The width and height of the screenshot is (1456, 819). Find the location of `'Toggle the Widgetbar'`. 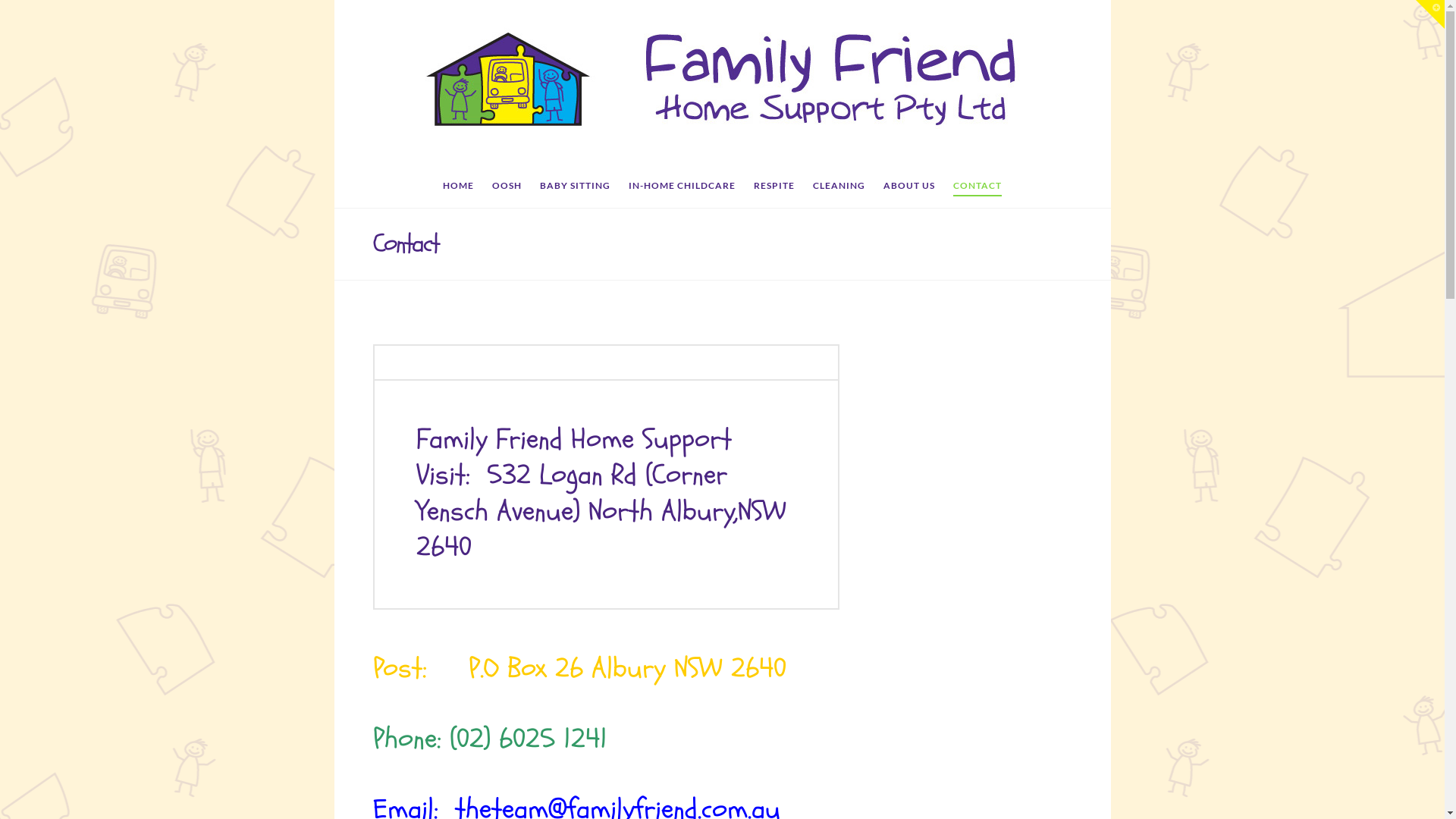

'Toggle the Widgetbar' is located at coordinates (1415, 14).